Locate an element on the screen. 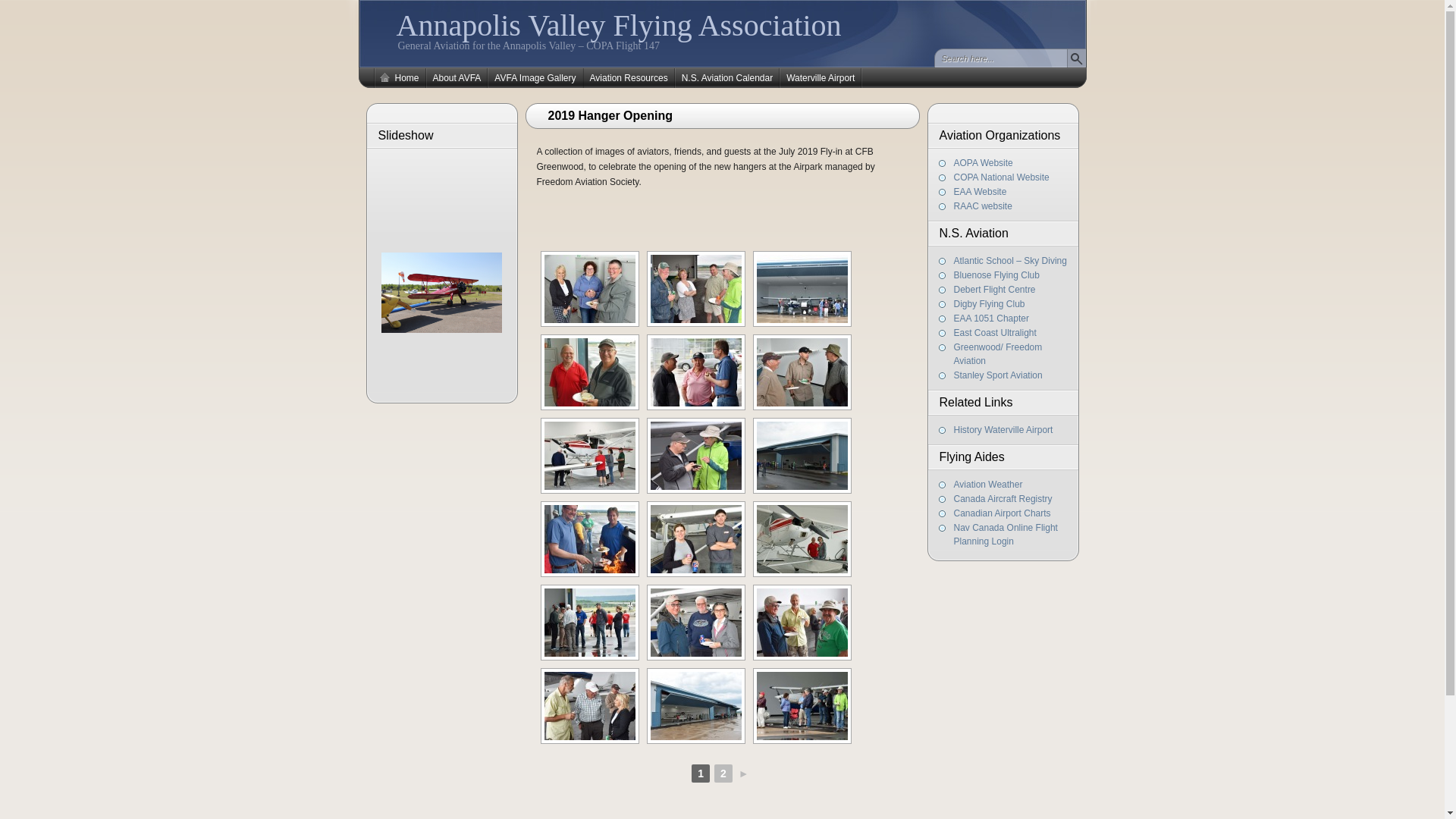 The width and height of the screenshot is (1456, 819). 'EAA 1051 Chapter' is located at coordinates (952, 318).